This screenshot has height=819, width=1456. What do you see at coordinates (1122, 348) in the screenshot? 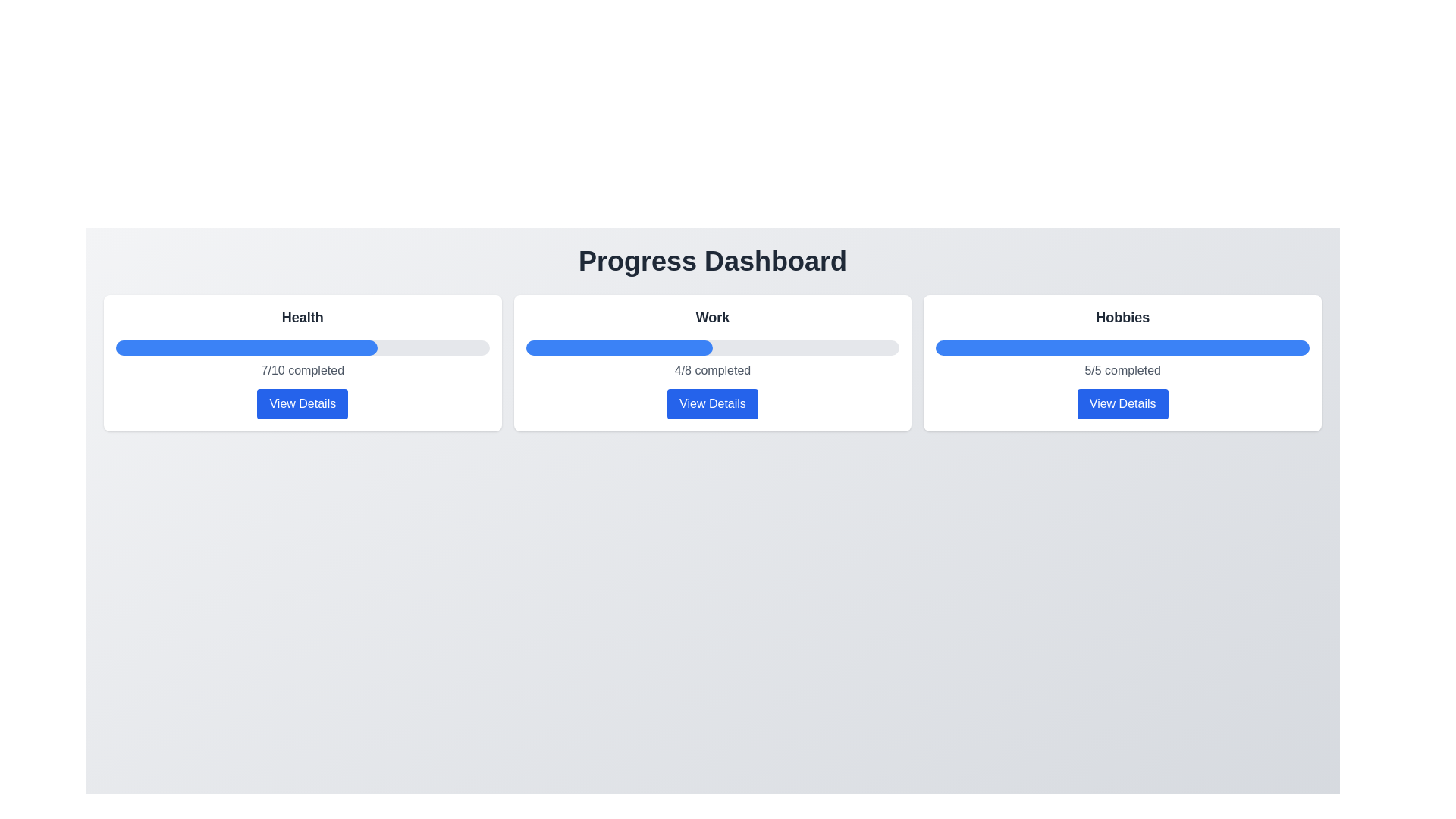
I see `the horizontal progress bar with a gray background and blue filled section located within the 'Hobbies' card, positioned below the title 'Hobbies'` at bounding box center [1122, 348].